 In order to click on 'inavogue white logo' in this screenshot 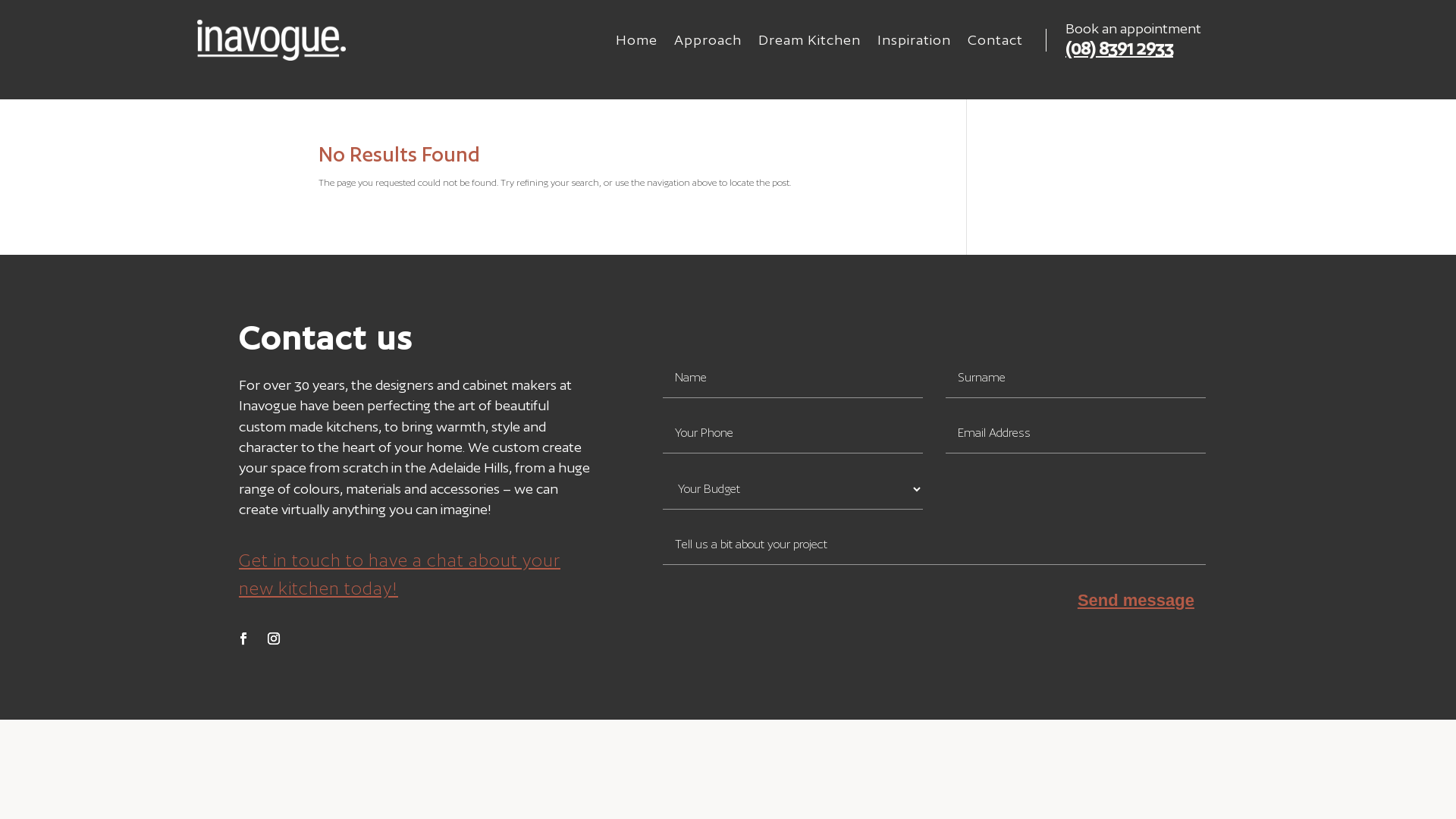, I will do `click(196, 39)`.